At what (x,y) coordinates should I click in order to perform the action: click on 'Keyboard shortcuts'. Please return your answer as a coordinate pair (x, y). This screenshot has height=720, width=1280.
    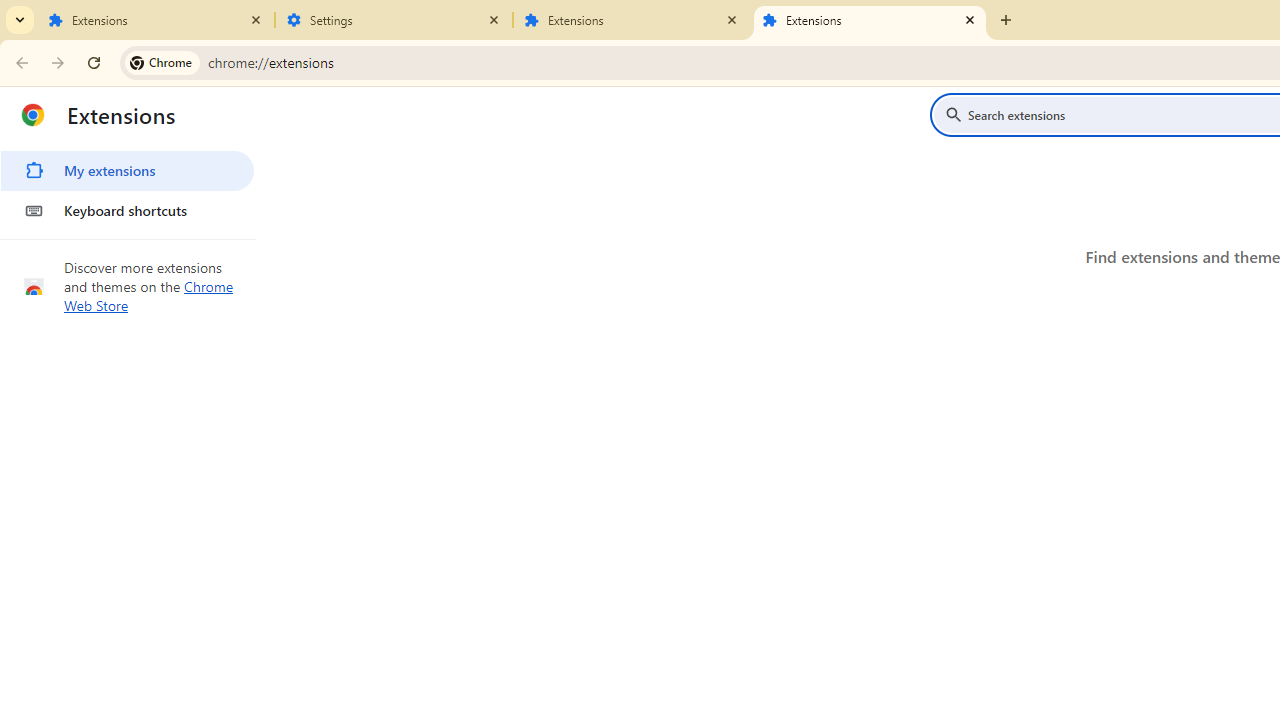
    Looking at the image, I should click on (126, 210).